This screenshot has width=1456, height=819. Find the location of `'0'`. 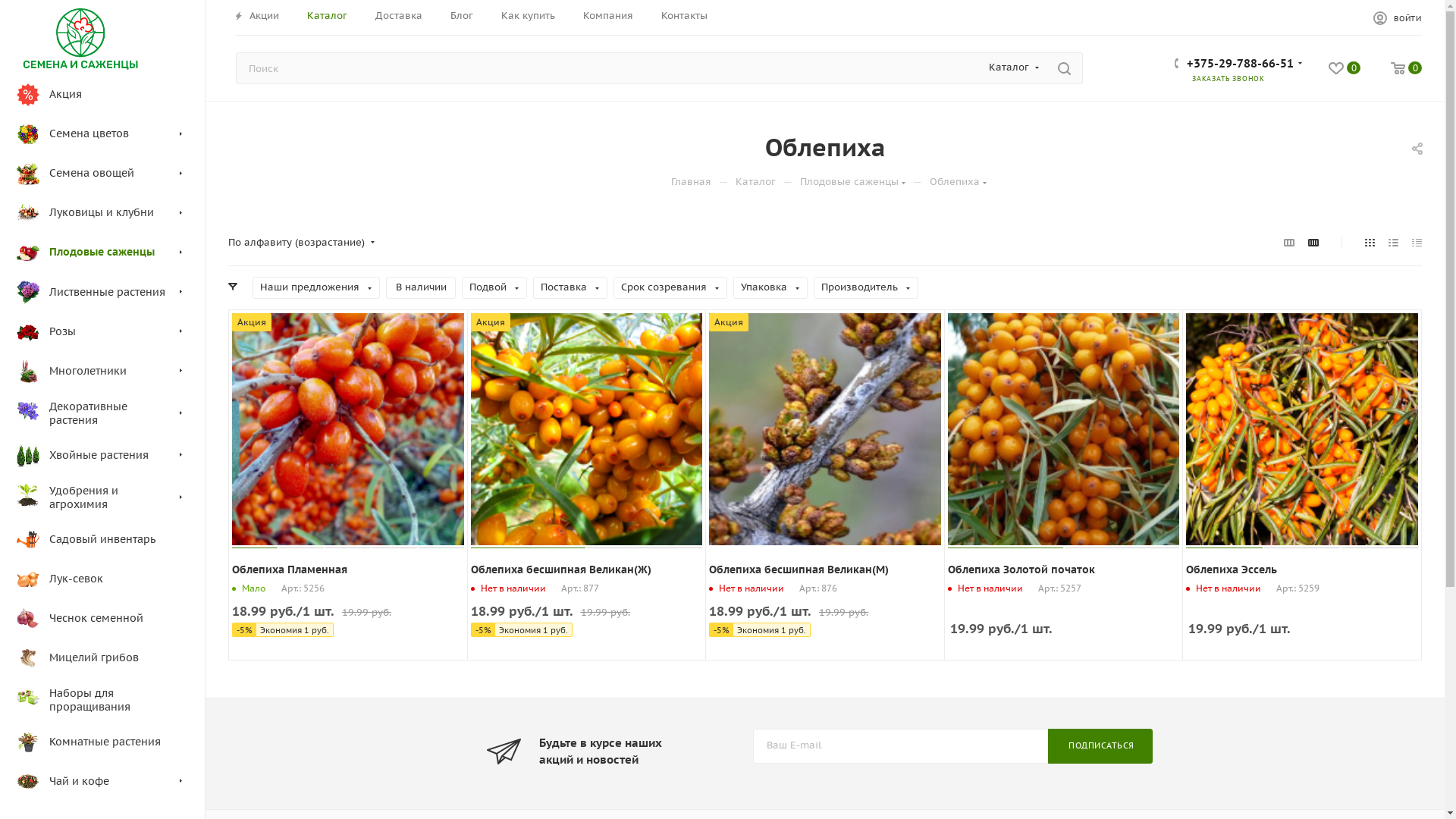

'0' is located at coordinates (1344, 70).